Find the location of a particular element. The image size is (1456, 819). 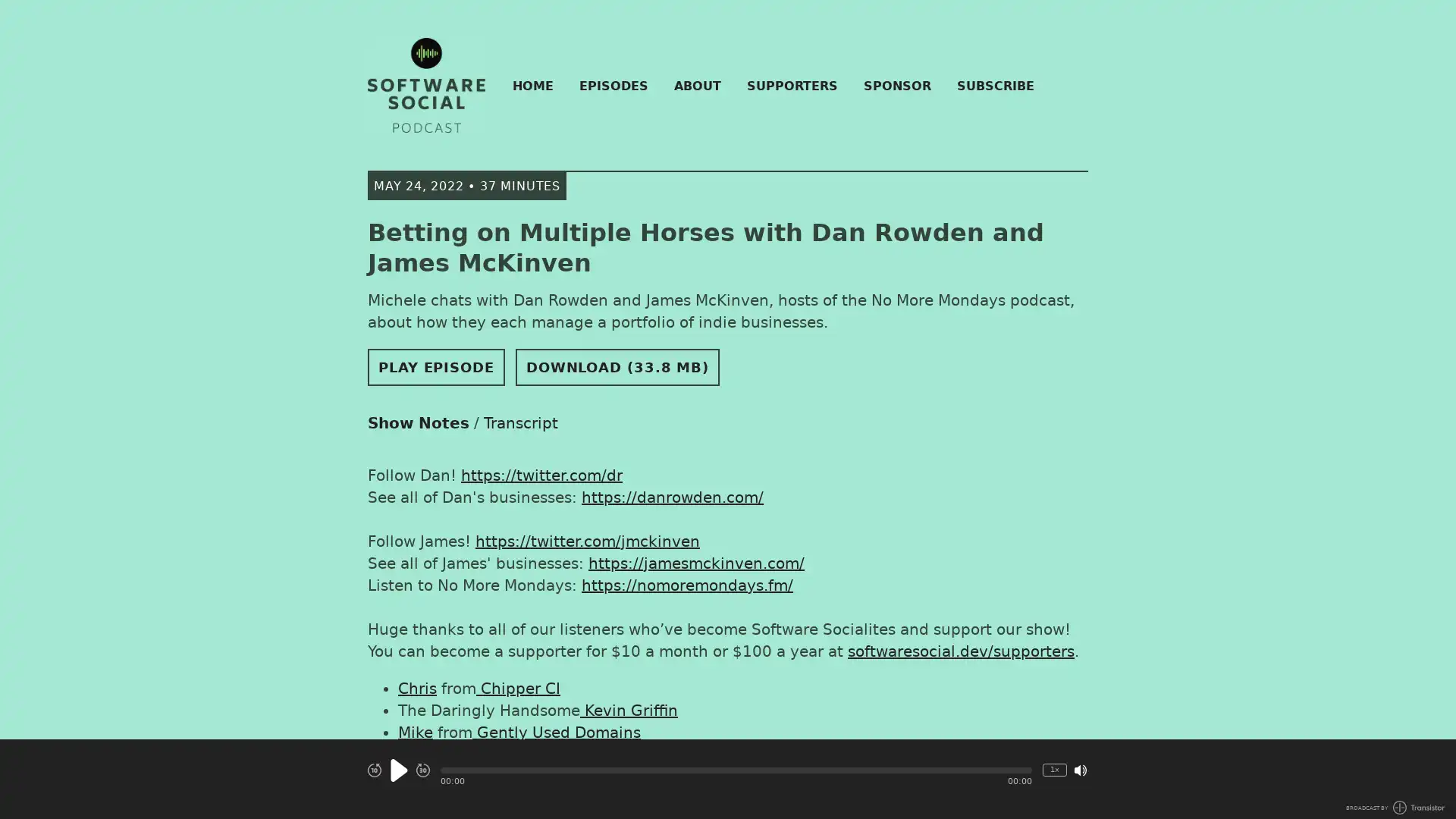

Fast Forward 30 seconds is located at coordinates (422, 770).